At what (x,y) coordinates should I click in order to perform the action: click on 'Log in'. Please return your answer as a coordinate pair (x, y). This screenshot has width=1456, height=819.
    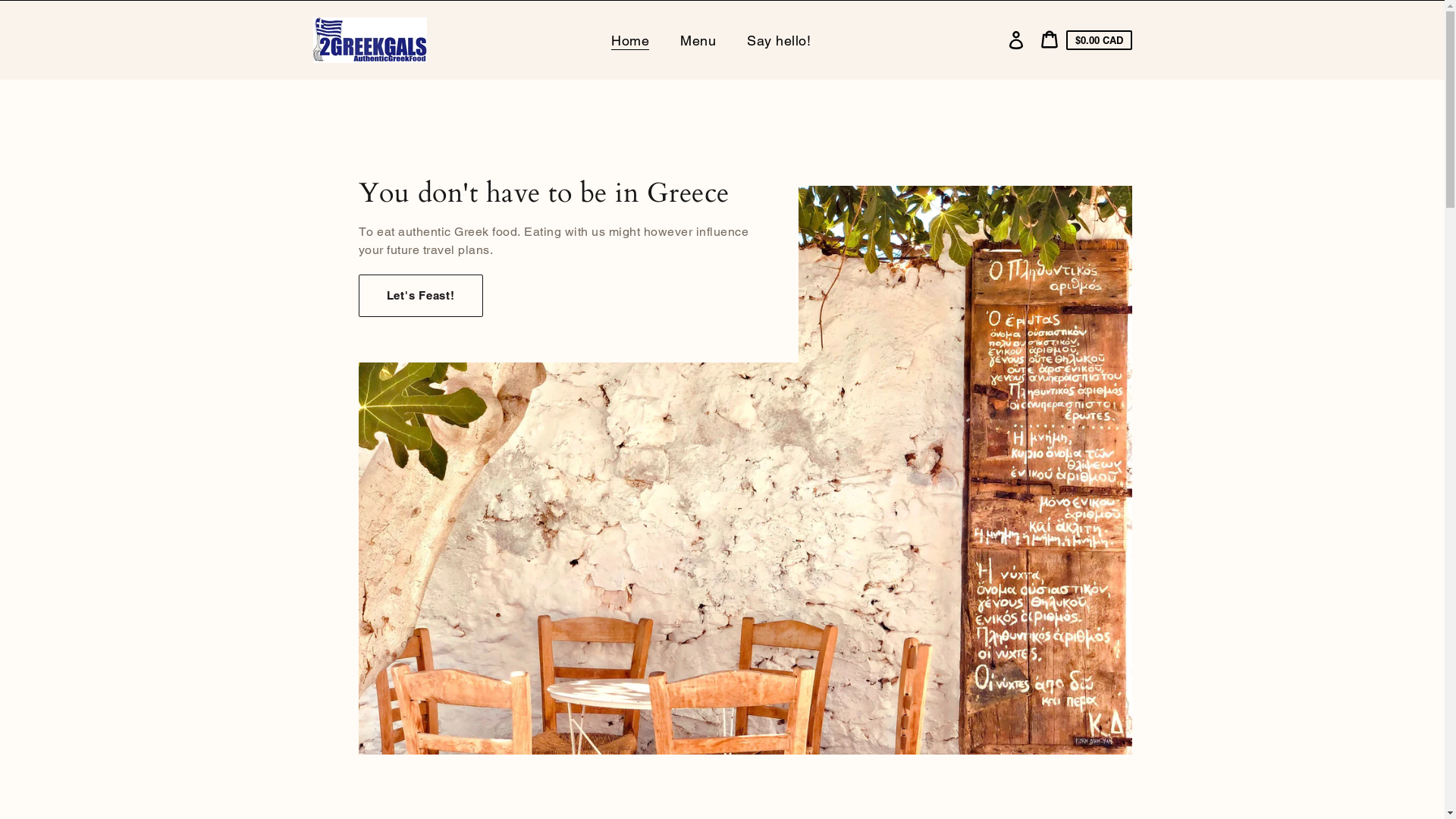
    Looking at the image, I should click on (1015, 39).